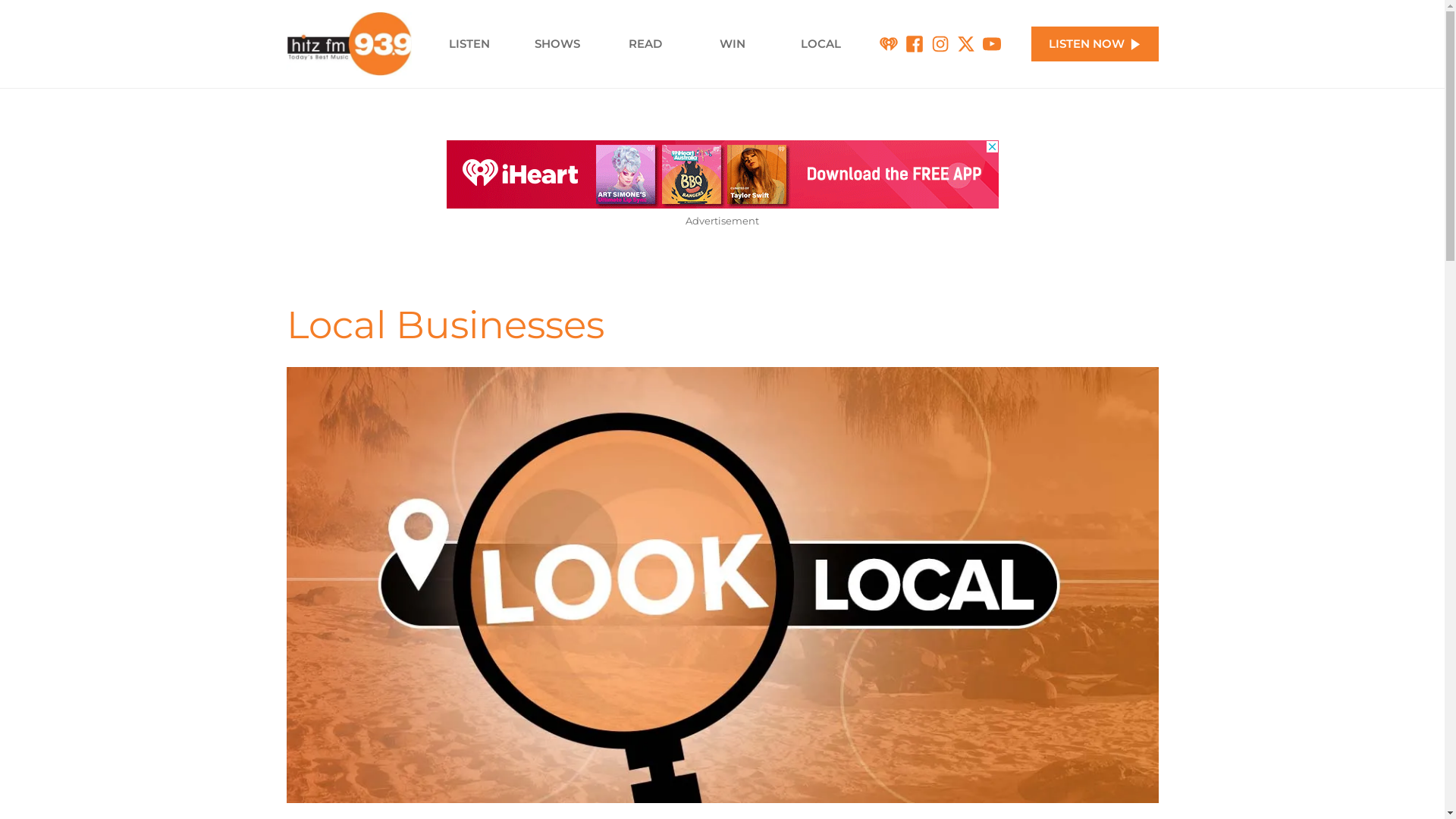  I want to click on 'LOCAL', so click(776, 42).